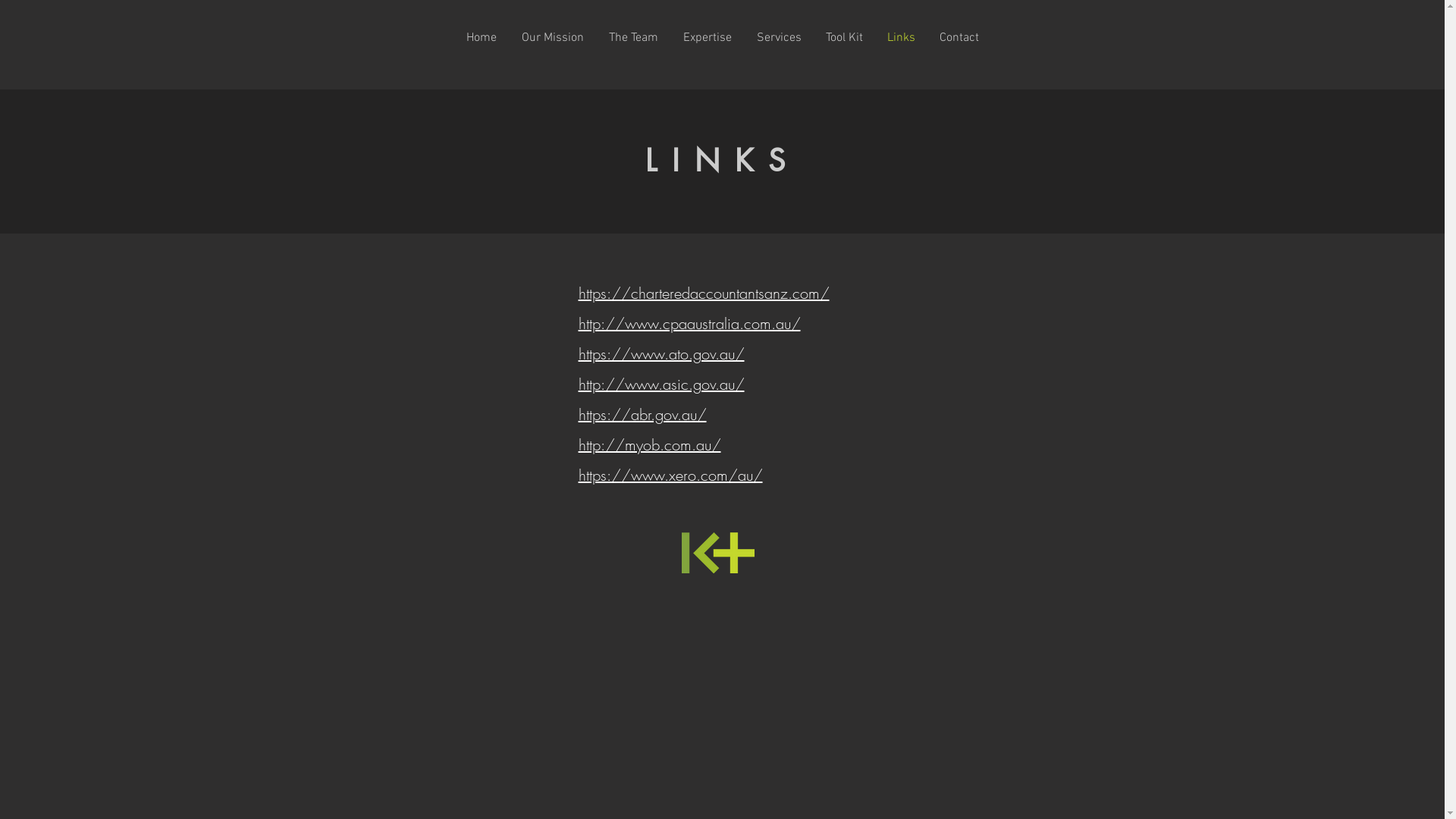  What do you see at coordinates (669, 474) in the screenshot?
I see `'https://www.xero.com/au/'` at bounding box center [669, 474].